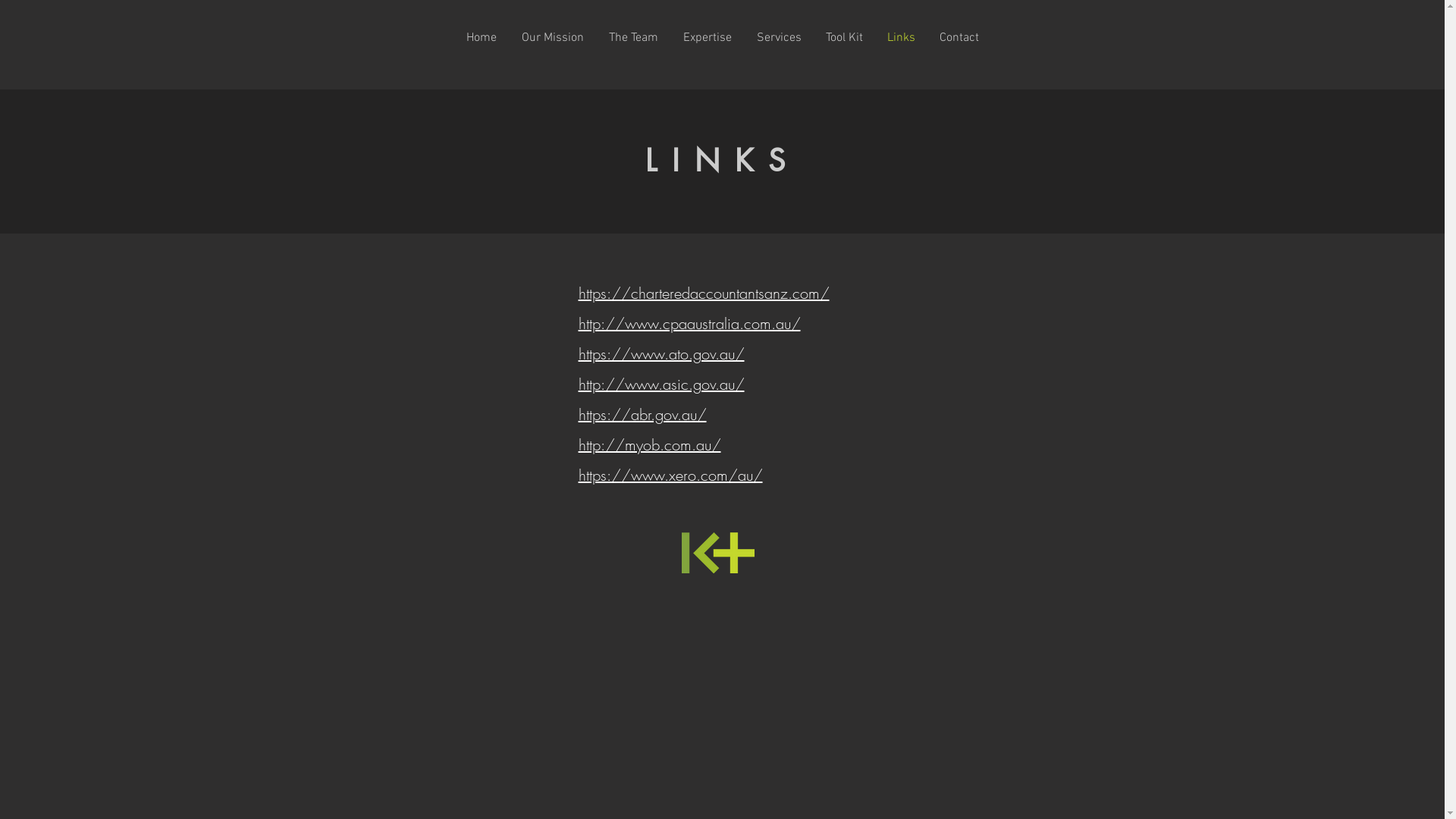  What do you see at coordinates (669, 474) in the screenshot?
I see `'https://www.xero.com/au/'` at bounding box center [669, 474].